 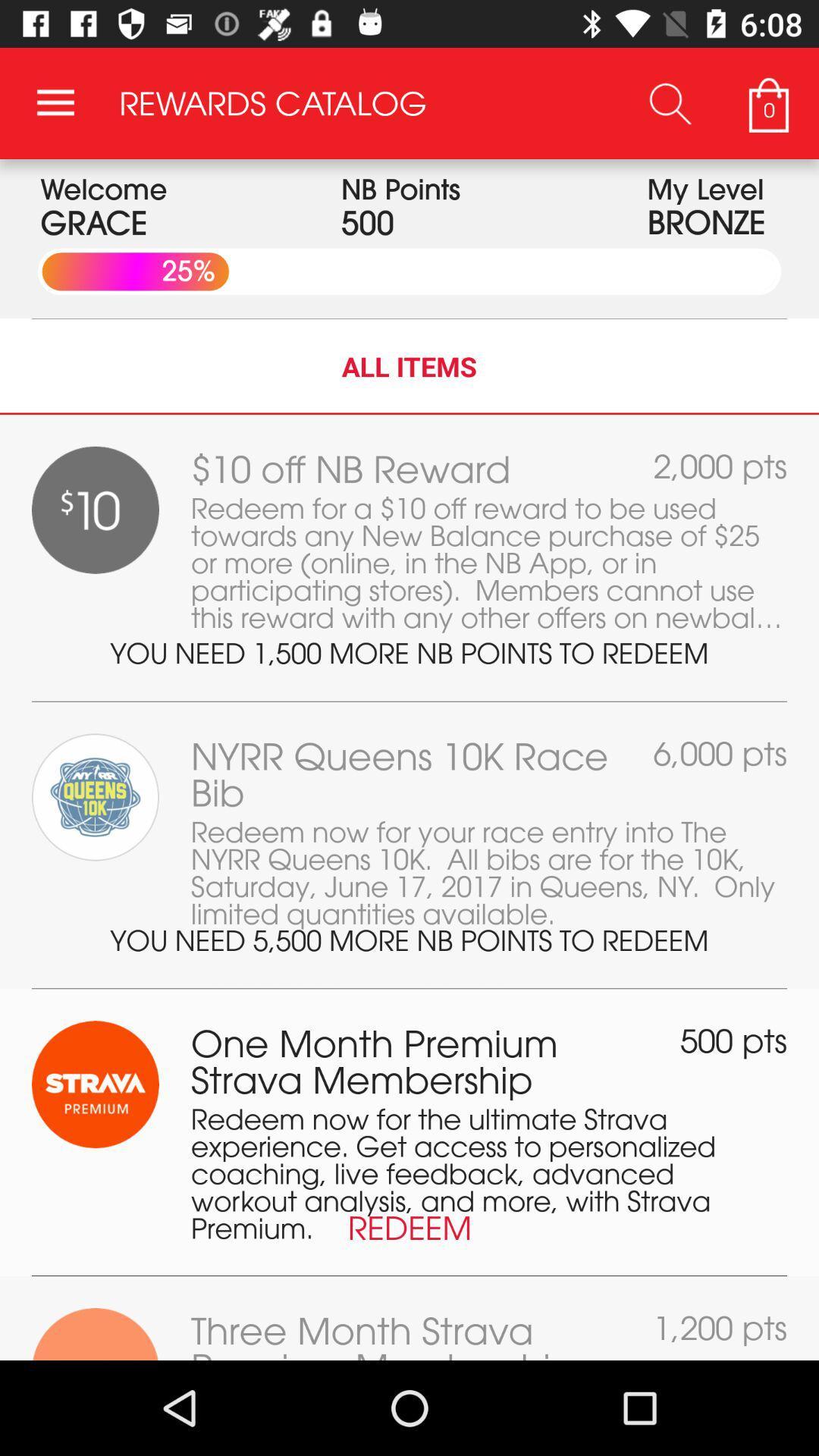 I want to click on the app to the right of the rewards catalog, so click(x=670, y=102).